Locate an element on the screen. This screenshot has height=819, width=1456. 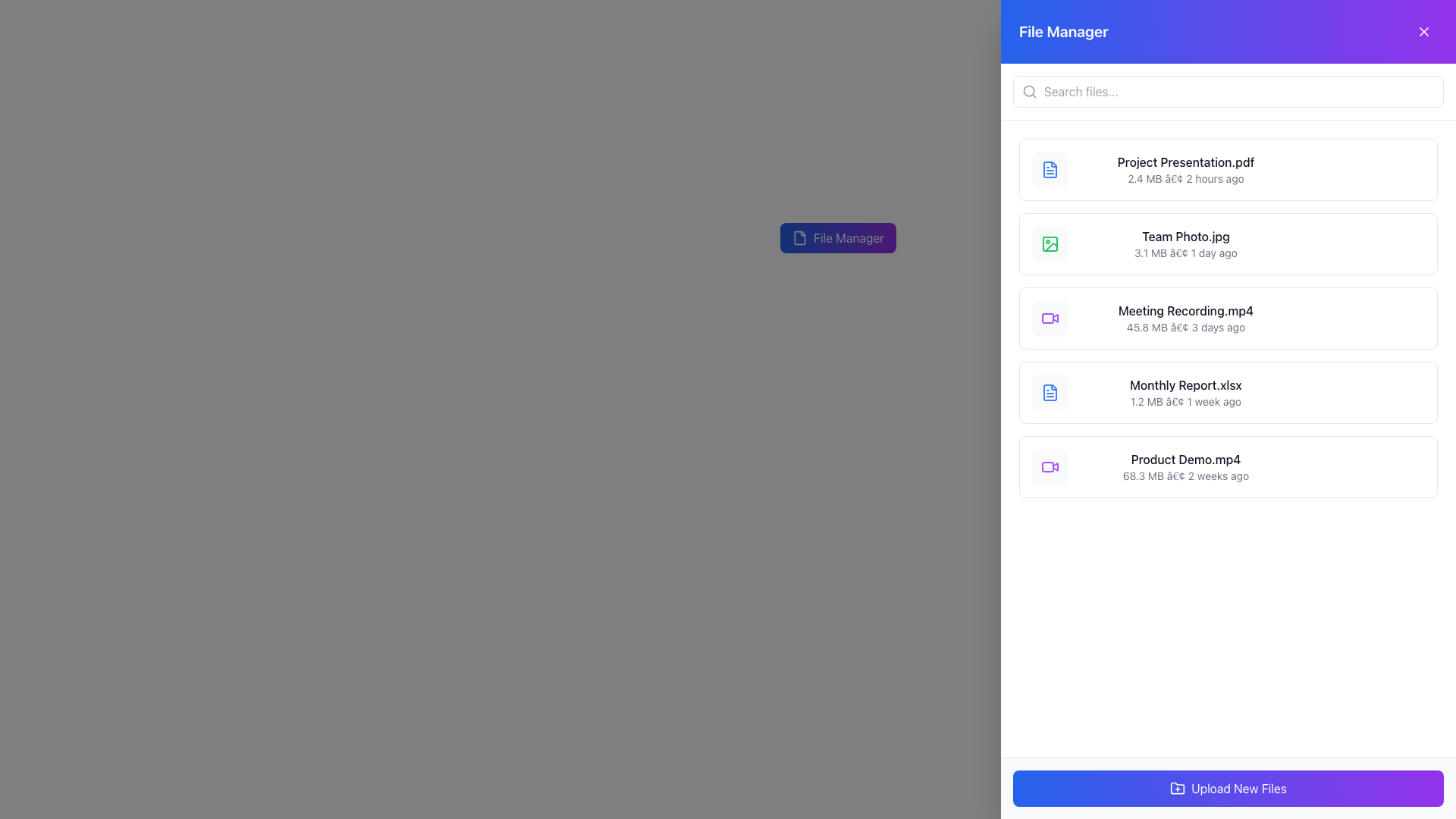
the text display element that shows metadata for the file 'Monthly Report.xlsx', which includes the file size and date, located below the file name is located at coordinates (1185, 400).